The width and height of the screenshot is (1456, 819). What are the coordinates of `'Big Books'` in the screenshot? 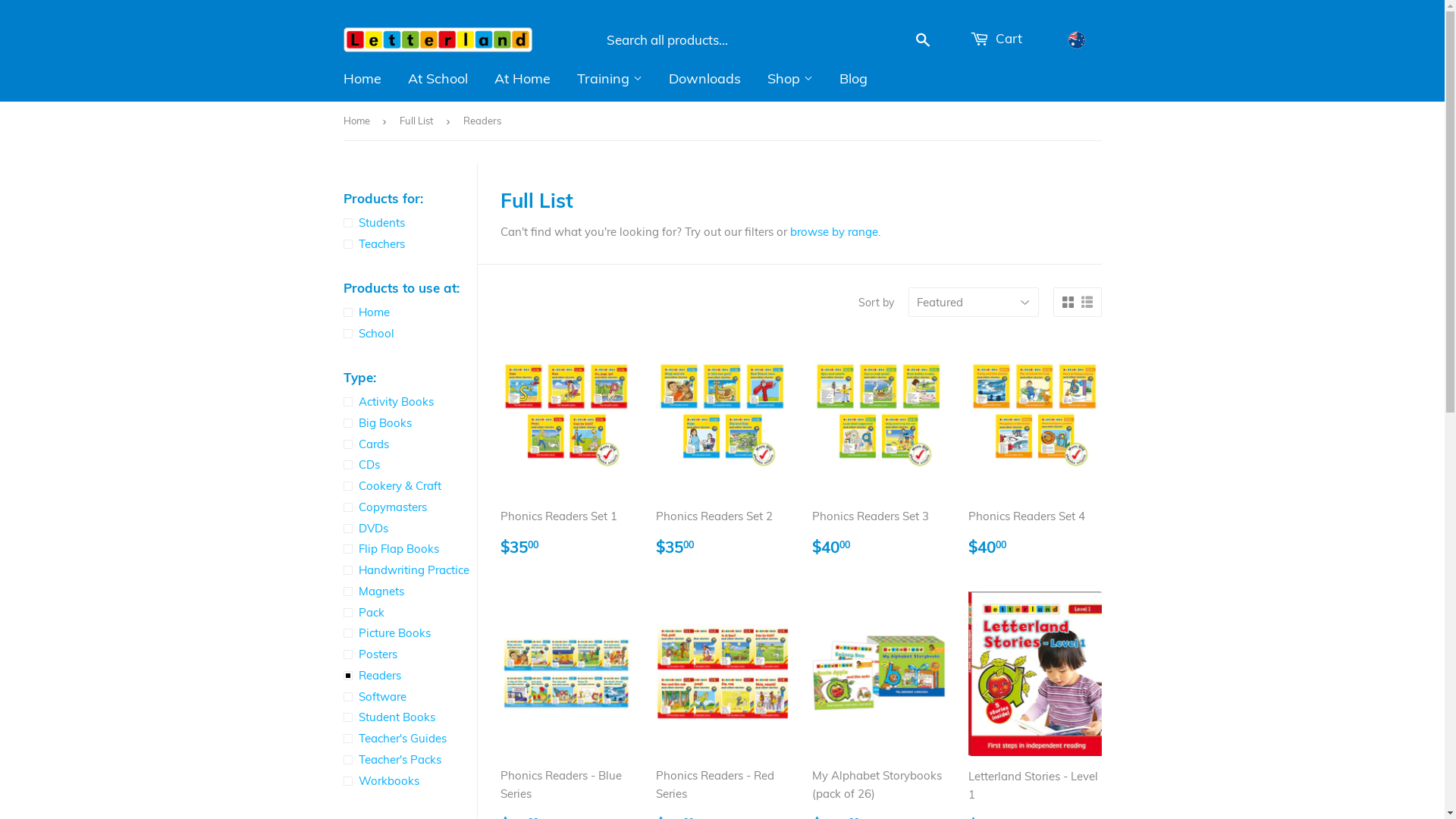 It's located at (341, 423).